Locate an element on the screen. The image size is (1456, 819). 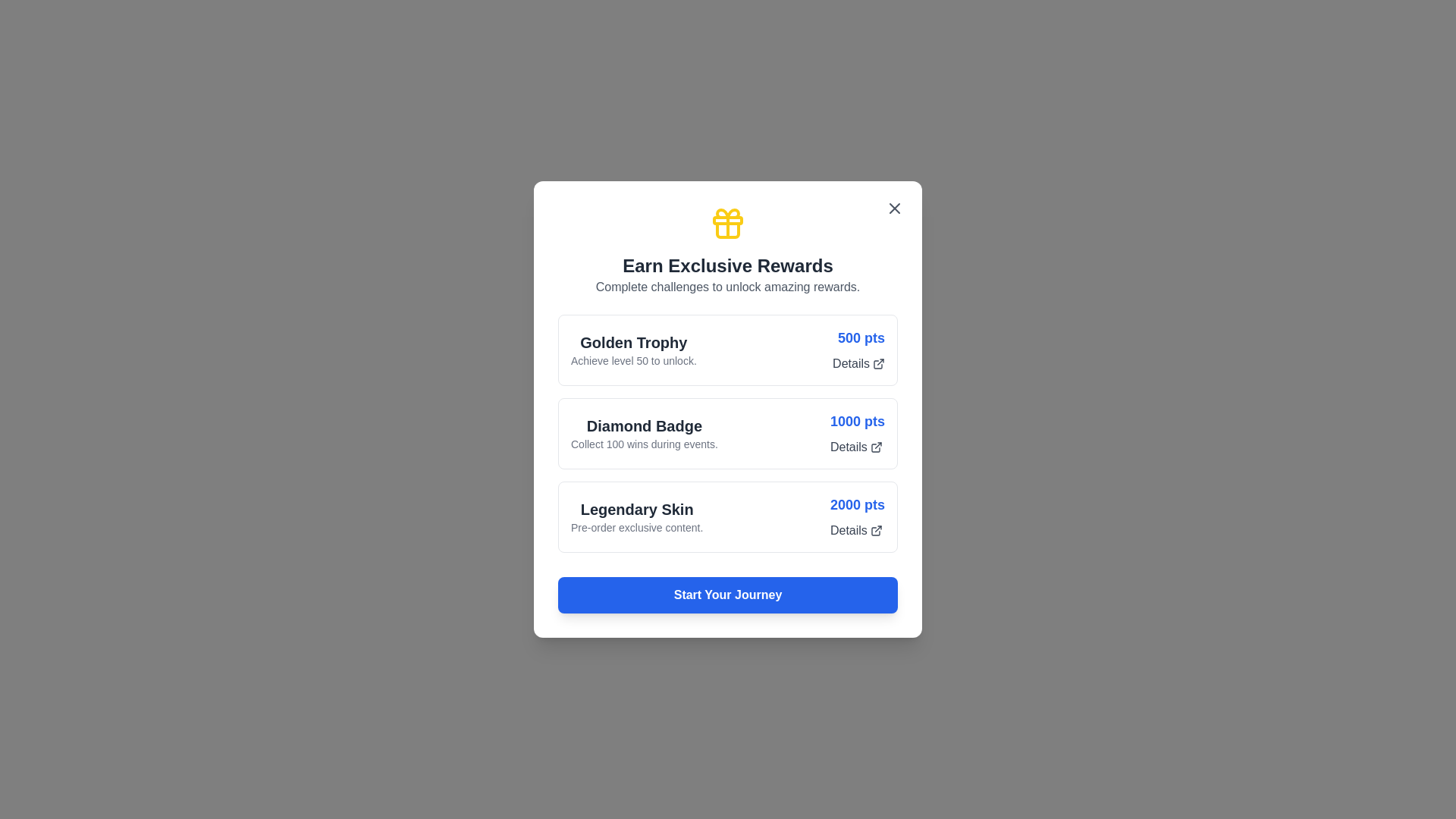
static text block that describes the reward 'Legendary Skin' and its conditions, which is located below the 'Golden Trophy' and 'Diamond Badge' in the third reward item of the list is located at coordinates (637, 516).